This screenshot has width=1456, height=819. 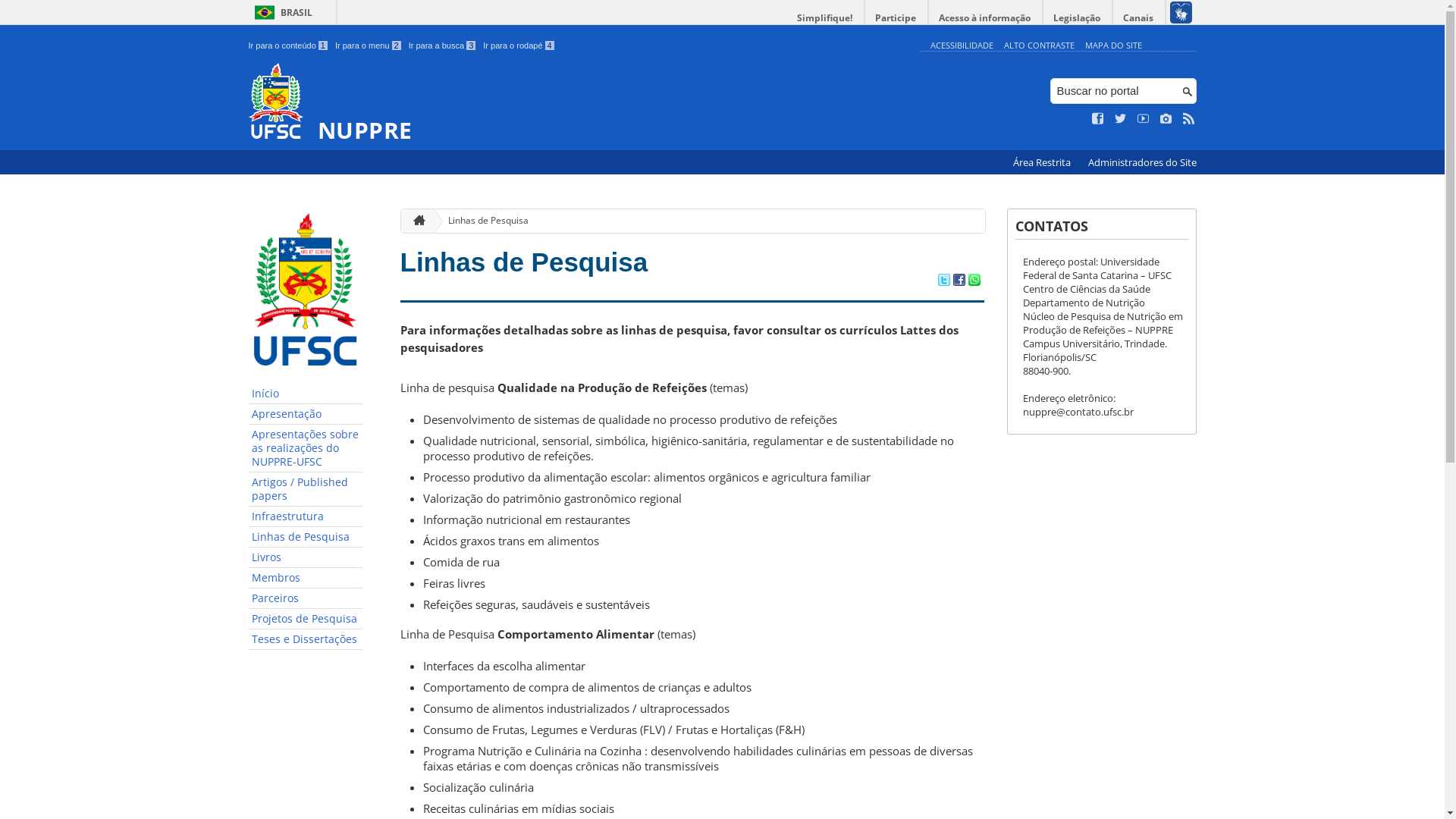 What do you see at coordinates (1038, 44) in the screenshot?
I see `'ALTO CONTRASTE'` at bounding box center [1038, 44].